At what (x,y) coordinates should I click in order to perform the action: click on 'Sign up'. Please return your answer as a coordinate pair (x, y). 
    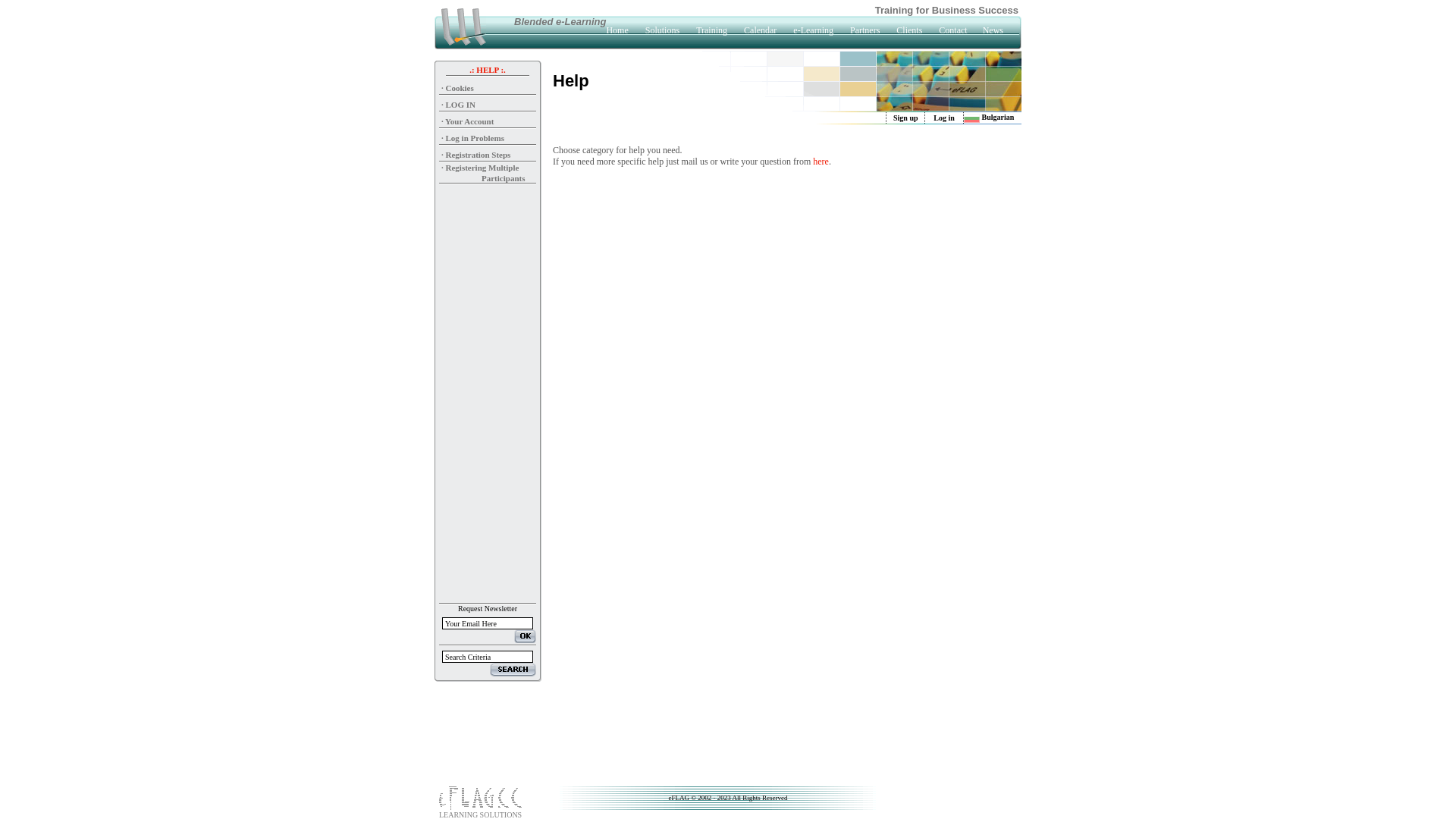
    Looking at the image, I should click on (905, 117).